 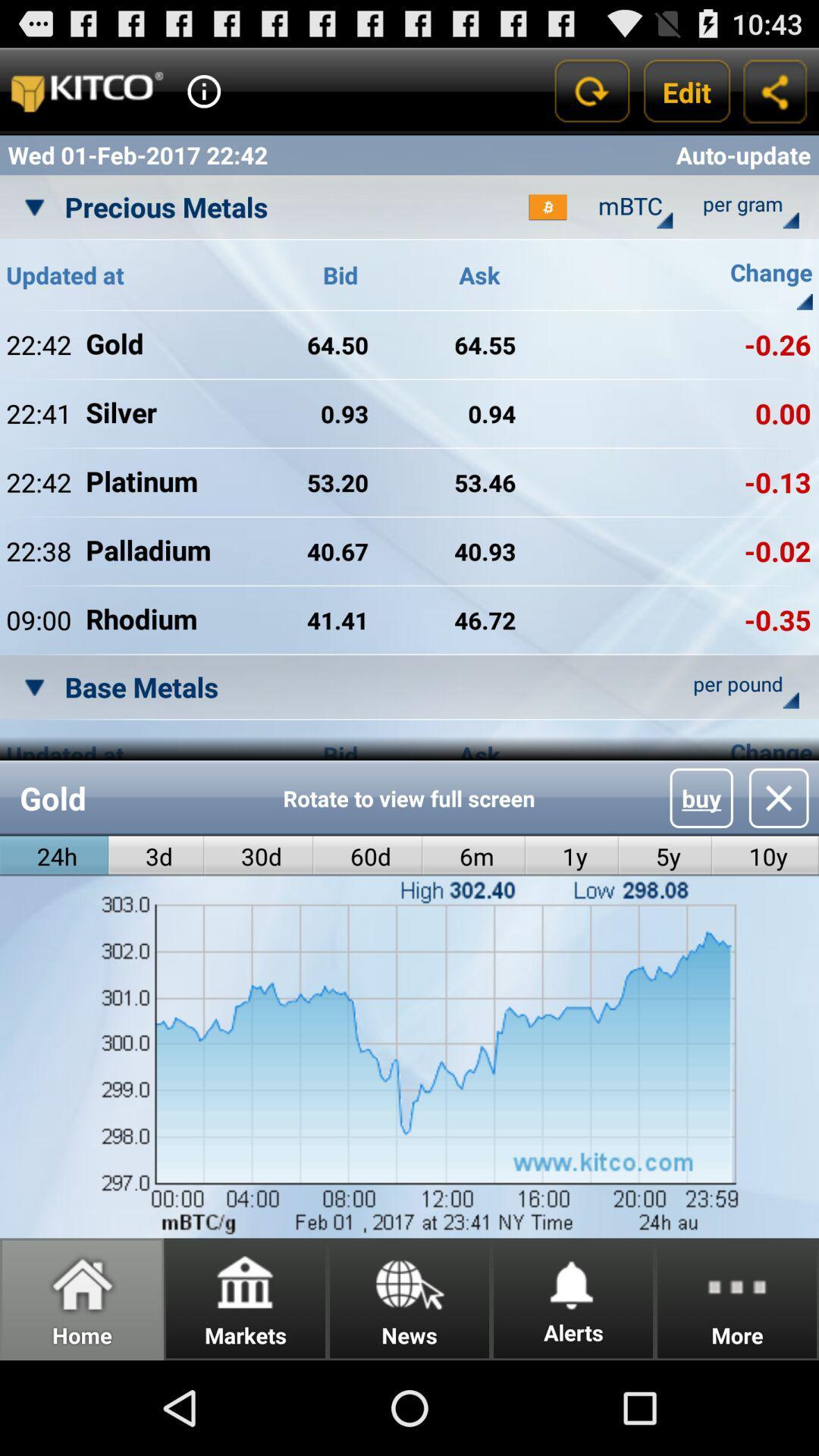 What do you see at coordinates (258, 856) in the screenshot?
I see `the item to the right of the 3d radio button` at bounding box center [258, 856].